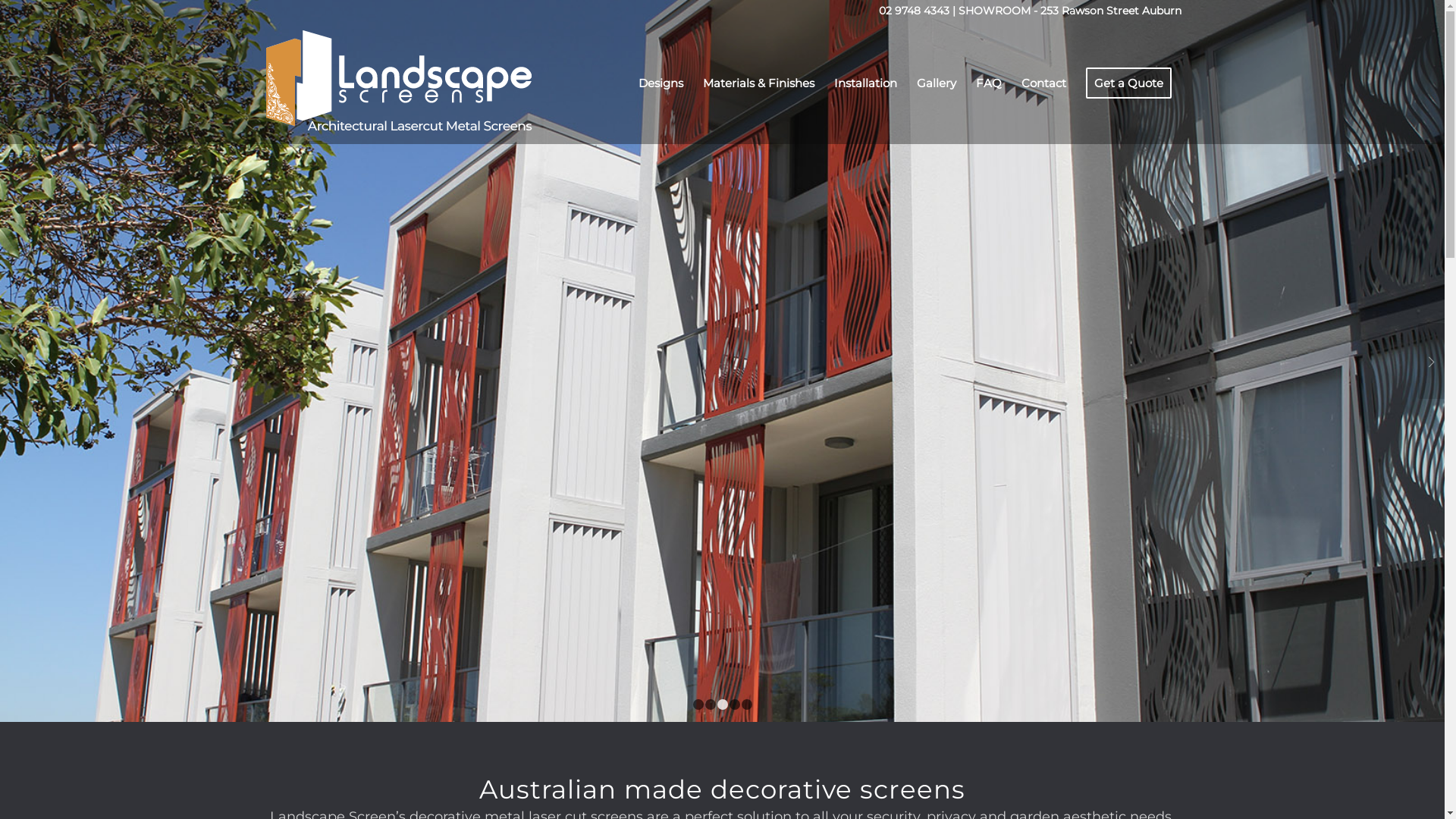 Image resolution: width=1456 pixels, height=819 pixels. I want to click on '3', so click(722, 704).